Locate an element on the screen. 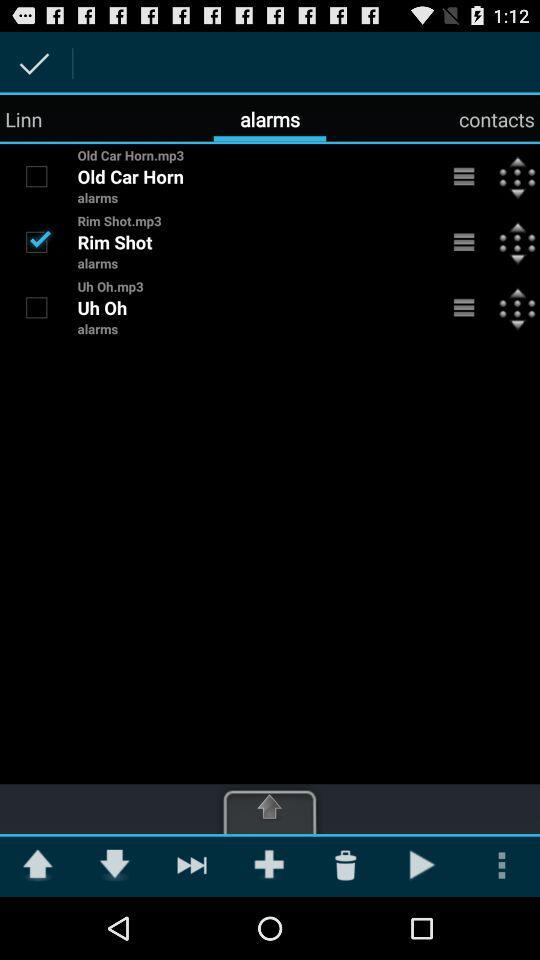  click for more options is located at coordinates (464, 307).